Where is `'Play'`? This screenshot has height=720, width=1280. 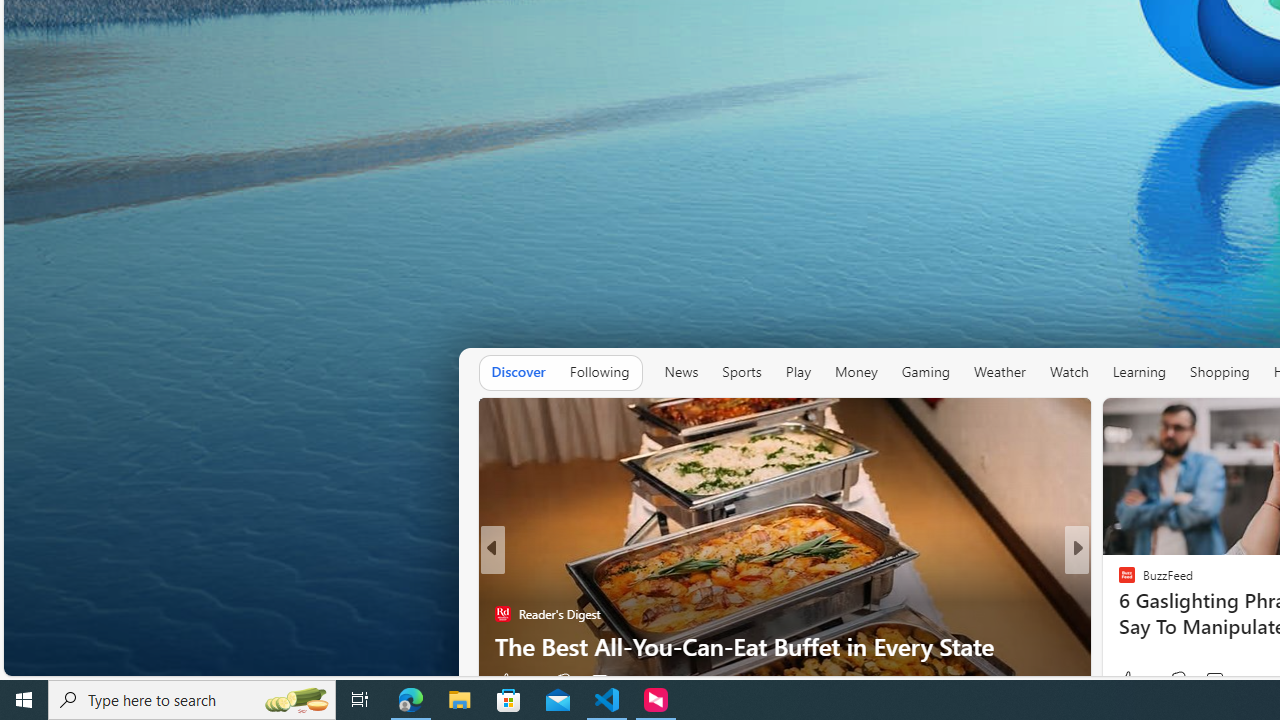
'Play' is located at coordinates (797, 371).